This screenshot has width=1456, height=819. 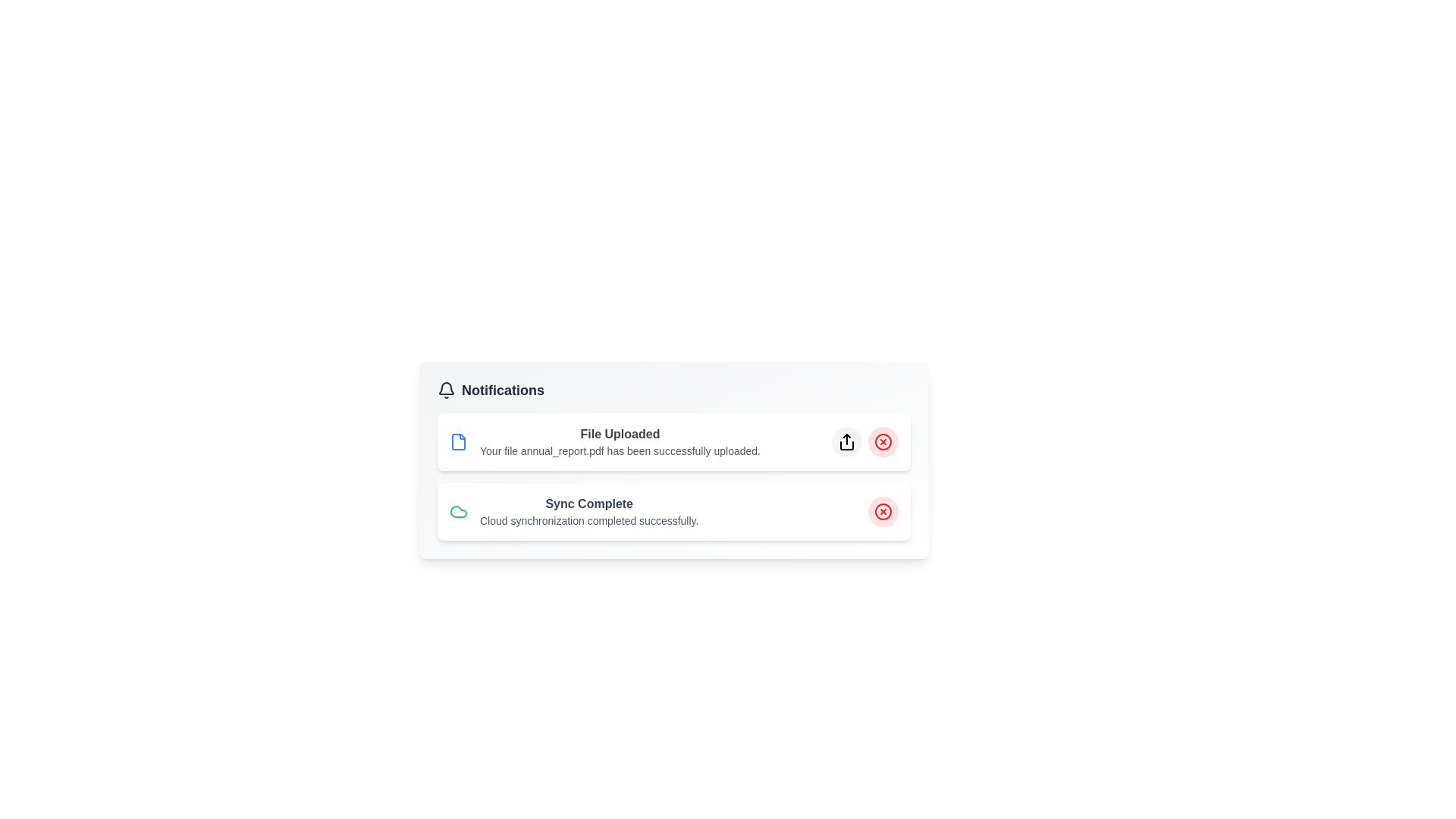 I want to click on the interactive parts of the notification titled 'File Uploaded', which is the first notification item in the panel, so click(x=604, y=441).